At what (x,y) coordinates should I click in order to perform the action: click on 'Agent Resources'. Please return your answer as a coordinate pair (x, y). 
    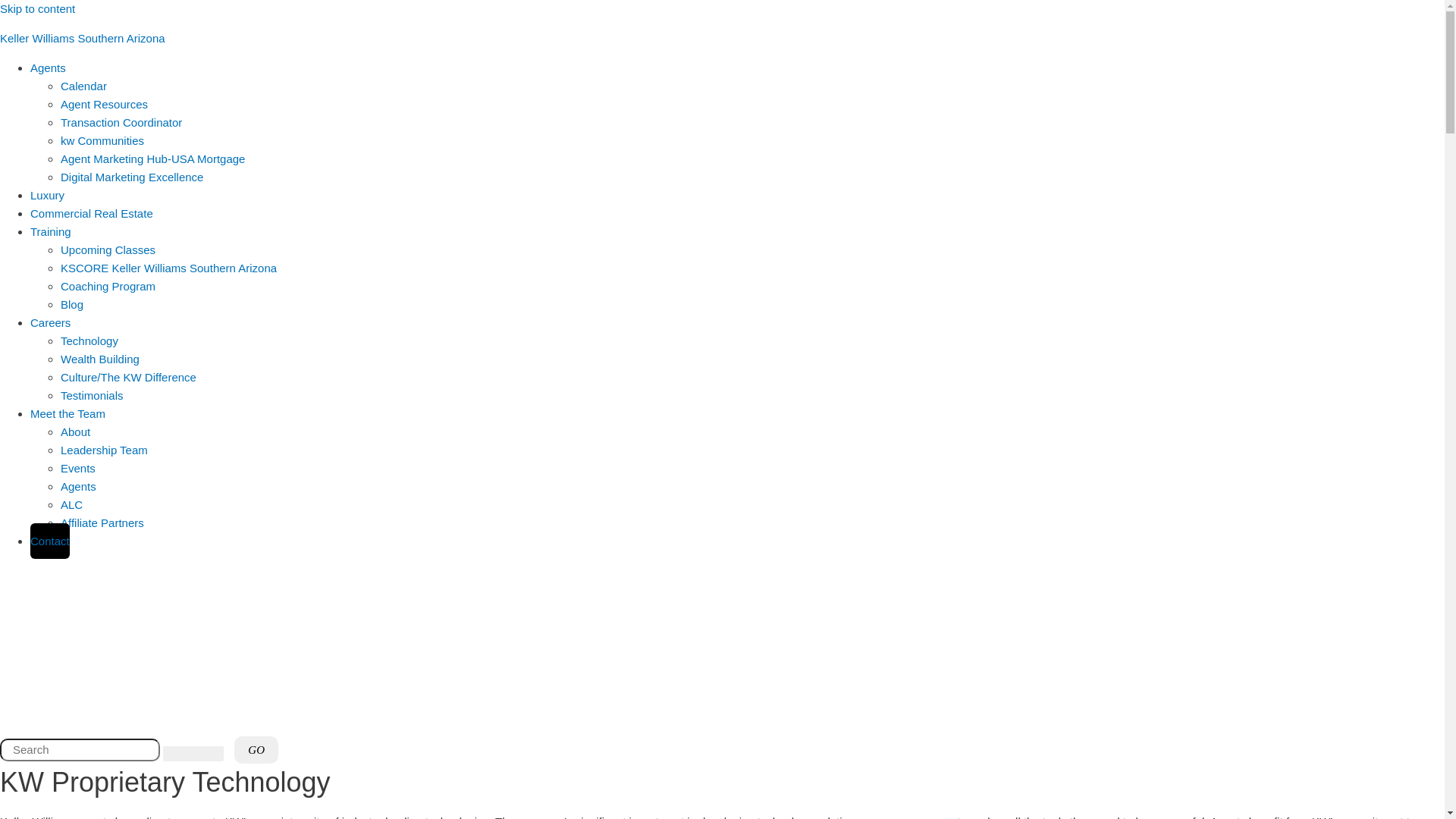
    Looking at the image, I should click on (103, 103).